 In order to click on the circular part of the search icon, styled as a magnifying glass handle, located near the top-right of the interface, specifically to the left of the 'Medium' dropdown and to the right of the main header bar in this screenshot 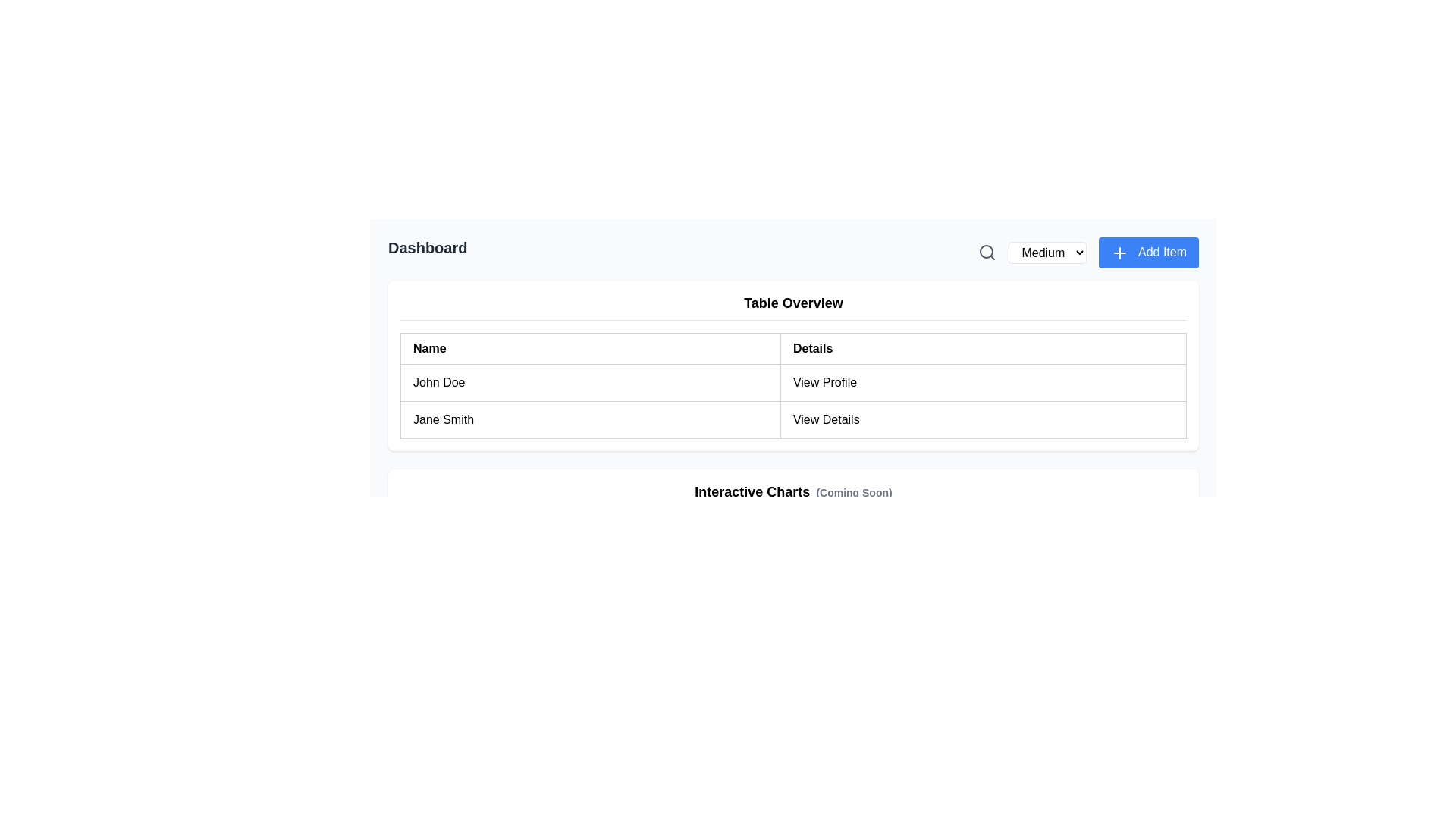, I will do `click(987, 251)`.